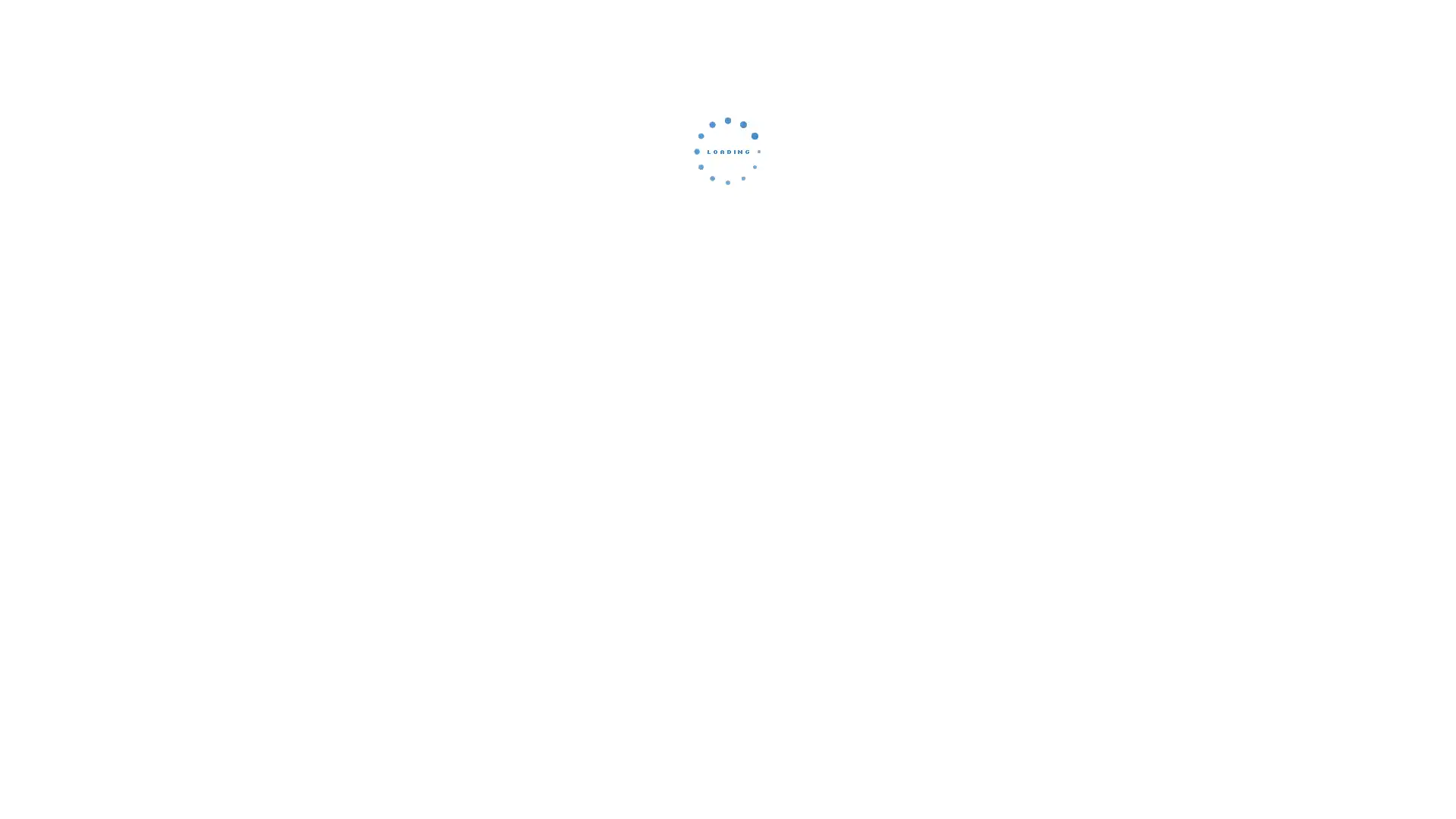 Image resolution: width=1456 pixels, height=819 pixels. I want to click on Continue, so click(728, 254).